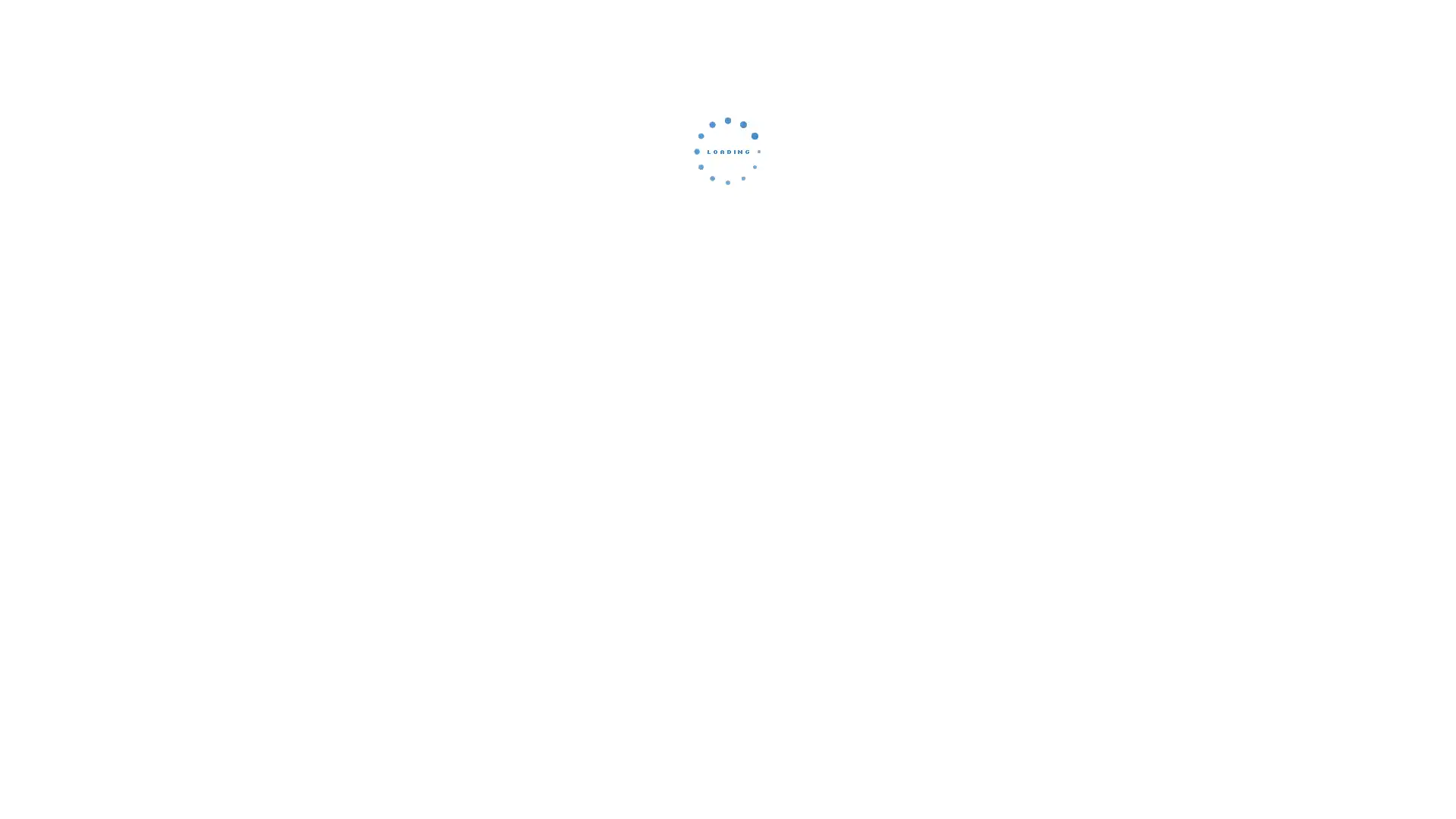 Image resolution: width=1456 pixels, height=819 pixels. I want to click on Continue, so click(728, 254).